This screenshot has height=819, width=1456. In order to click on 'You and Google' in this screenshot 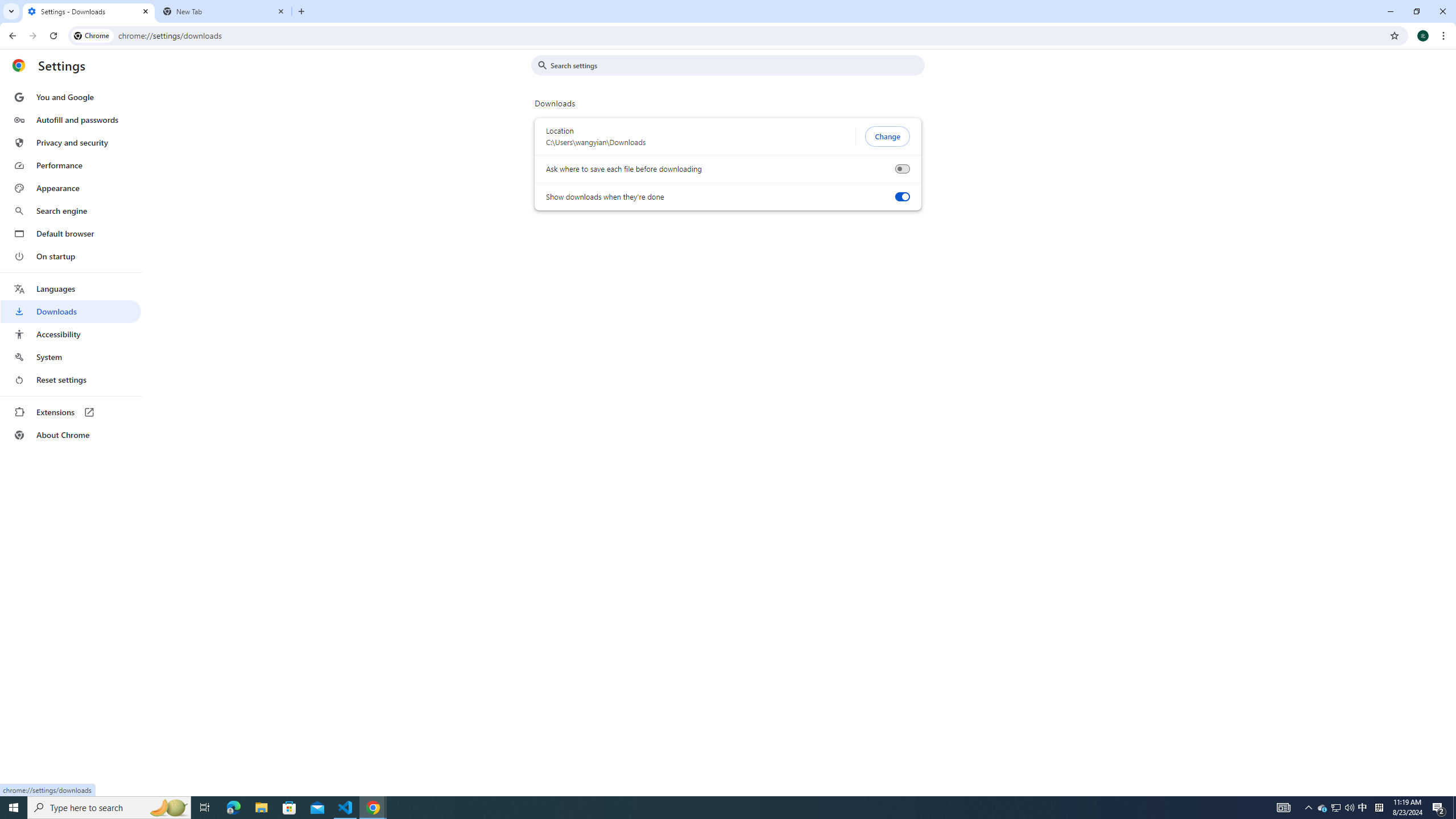, I will do `click(70, 97)`.